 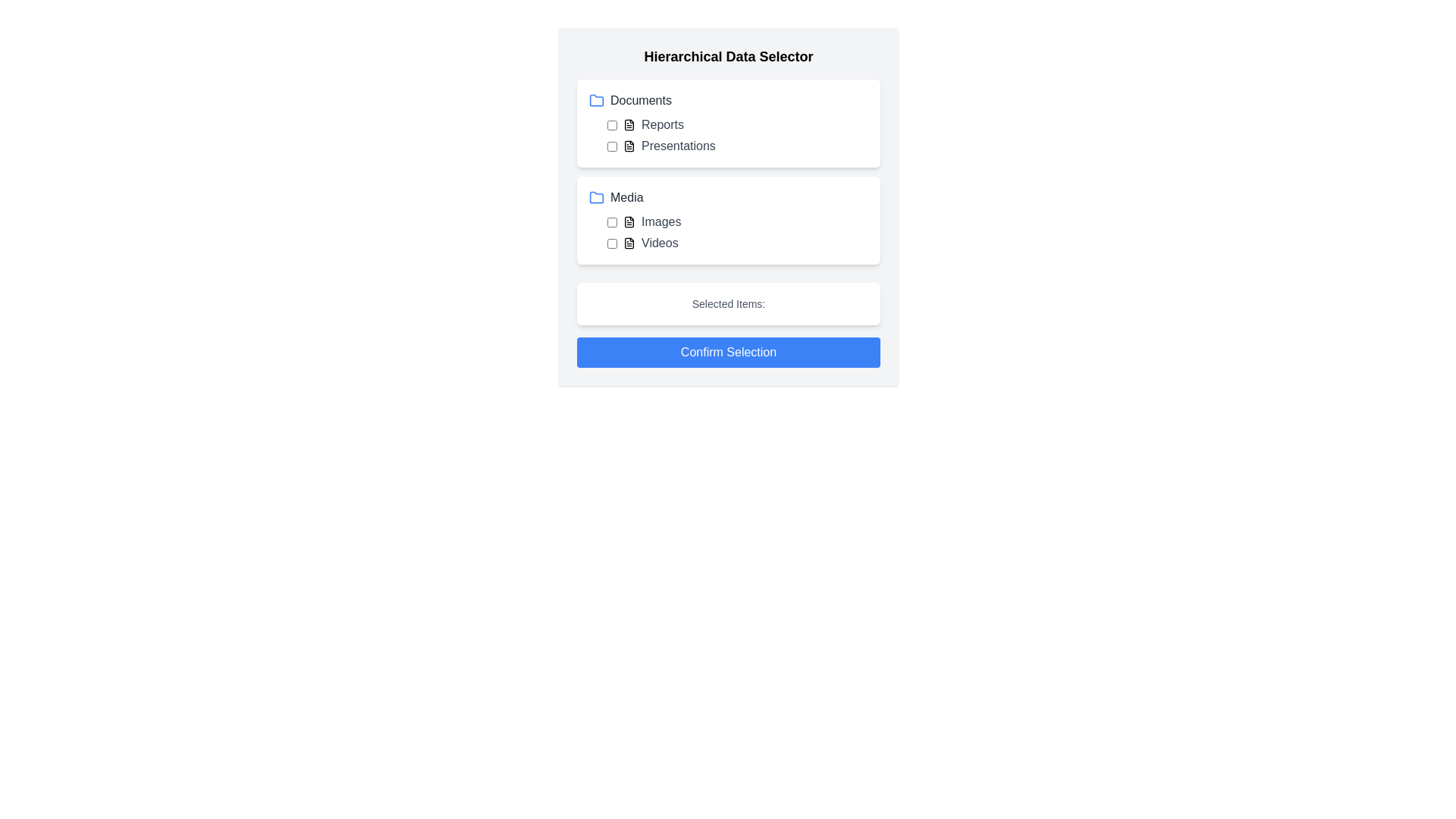 What do you see at coordinates (596, 100) in the screenshot?
I see `the blue folder icon located to the left of the 'Documents' text label at the top of the interface` at bounding box center [596, 100].